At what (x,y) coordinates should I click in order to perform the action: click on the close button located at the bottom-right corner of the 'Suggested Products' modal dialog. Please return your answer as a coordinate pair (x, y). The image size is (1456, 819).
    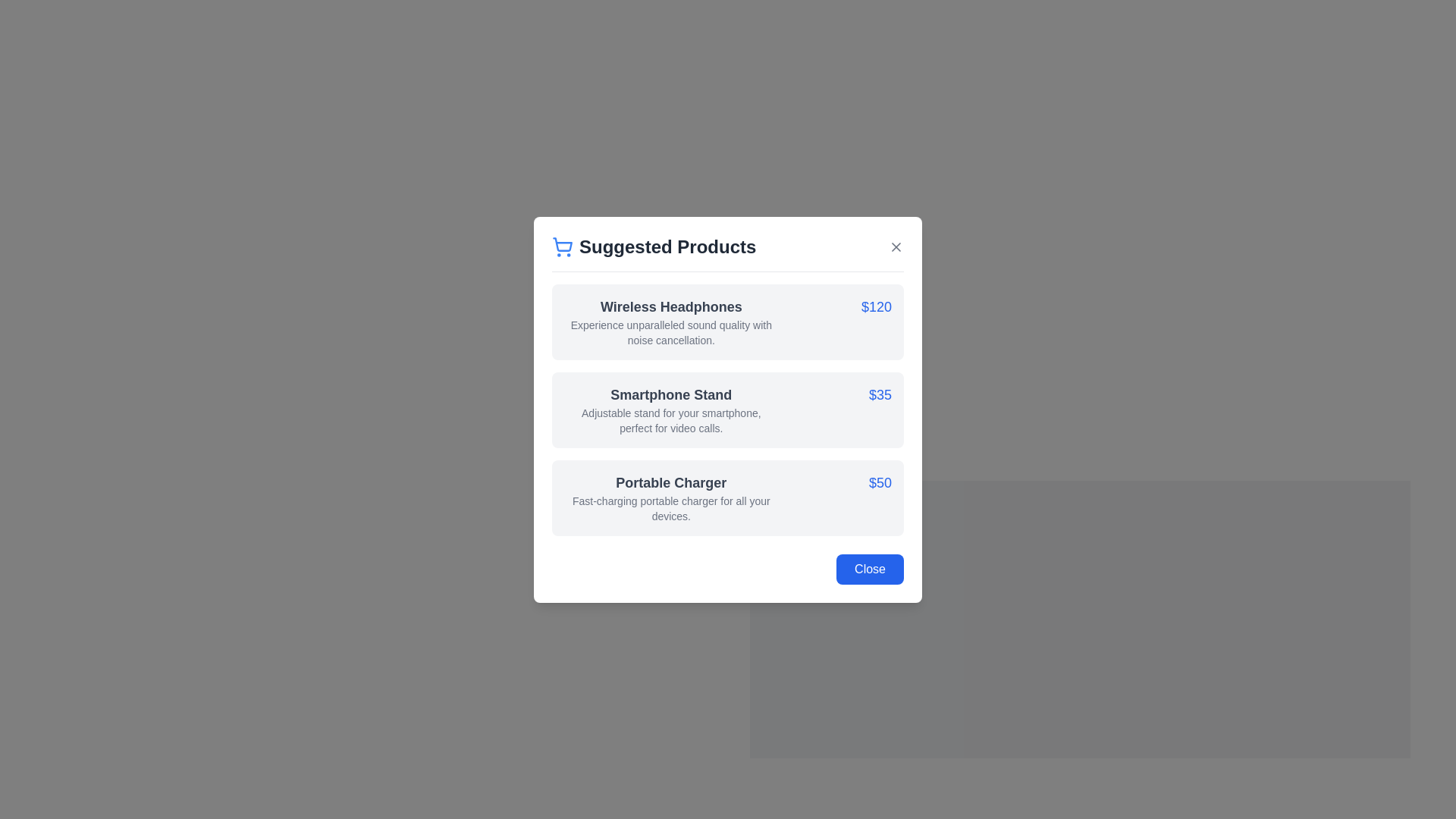
    Looking at the image, I should click on (870, 569).